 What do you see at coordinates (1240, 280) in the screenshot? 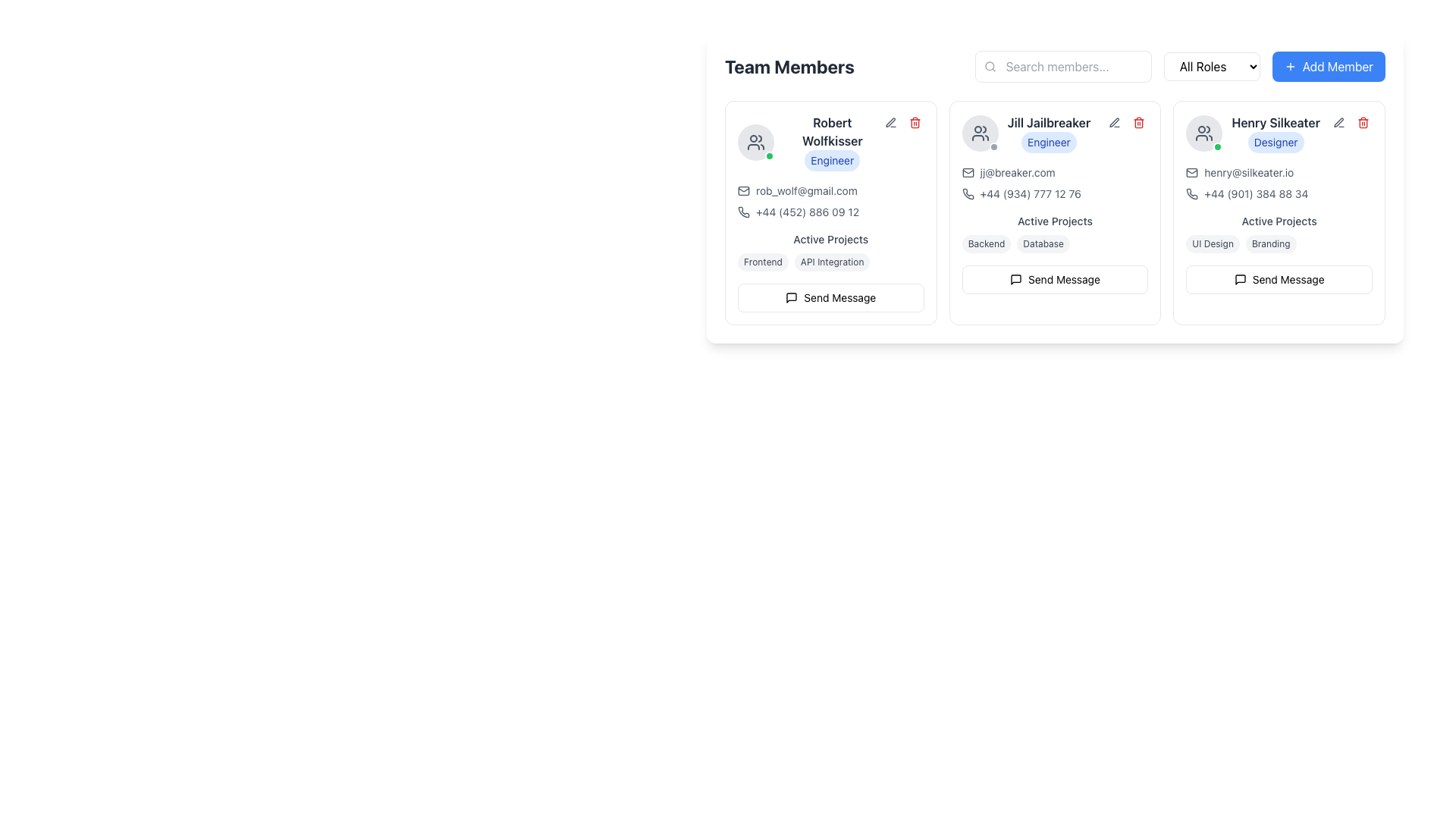
I see `the messaging icon located inside the profile card of 'Henry Silkeater' at the top-right corner of the card` at bounding box center [1240, 280].